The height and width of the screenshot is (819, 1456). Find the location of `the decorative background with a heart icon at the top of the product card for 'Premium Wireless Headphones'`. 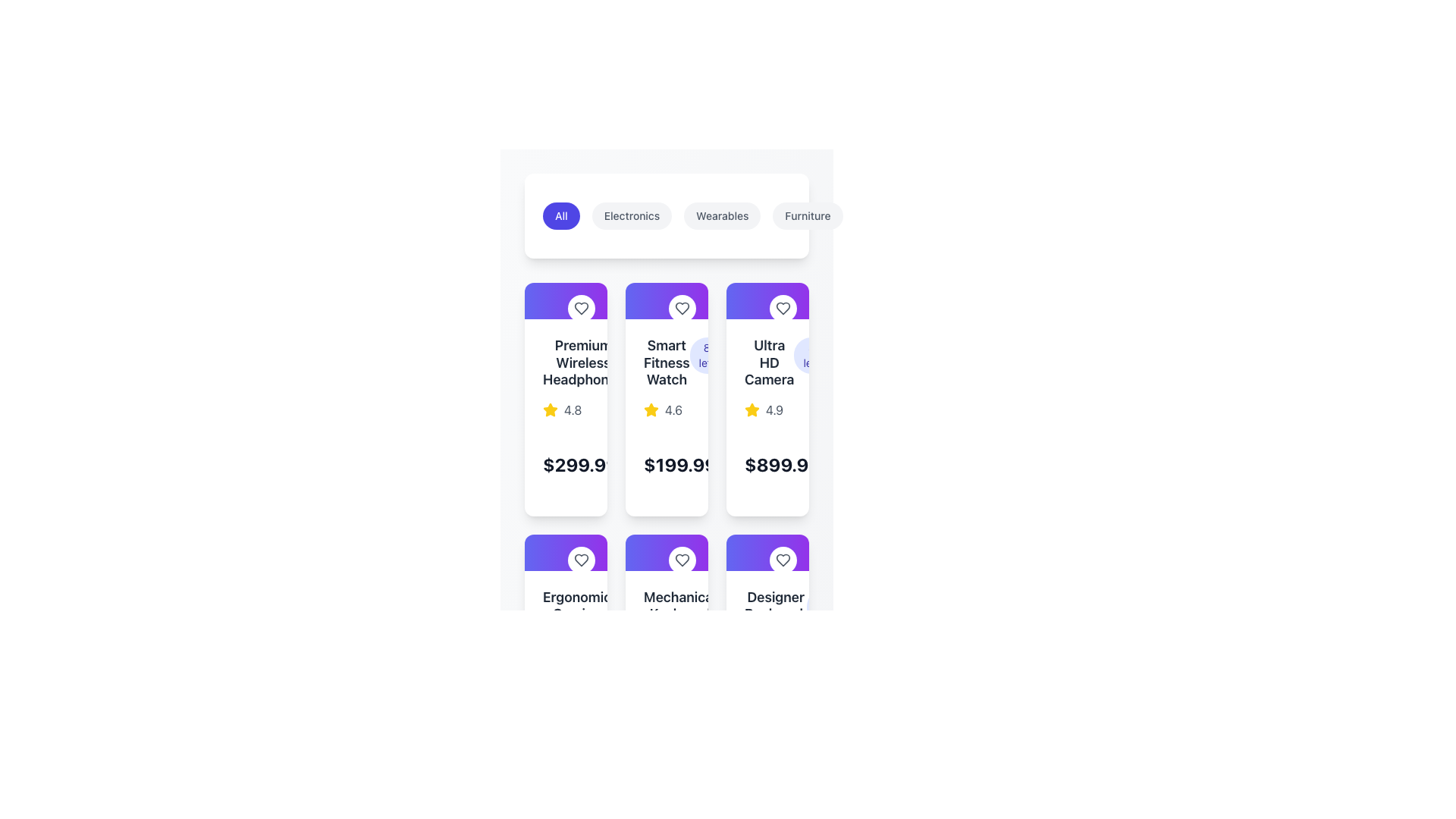

the decorative background with a heart icon at the top of the product card for 'Premium Wireless Headphones' is located at coordinates (565, 301).